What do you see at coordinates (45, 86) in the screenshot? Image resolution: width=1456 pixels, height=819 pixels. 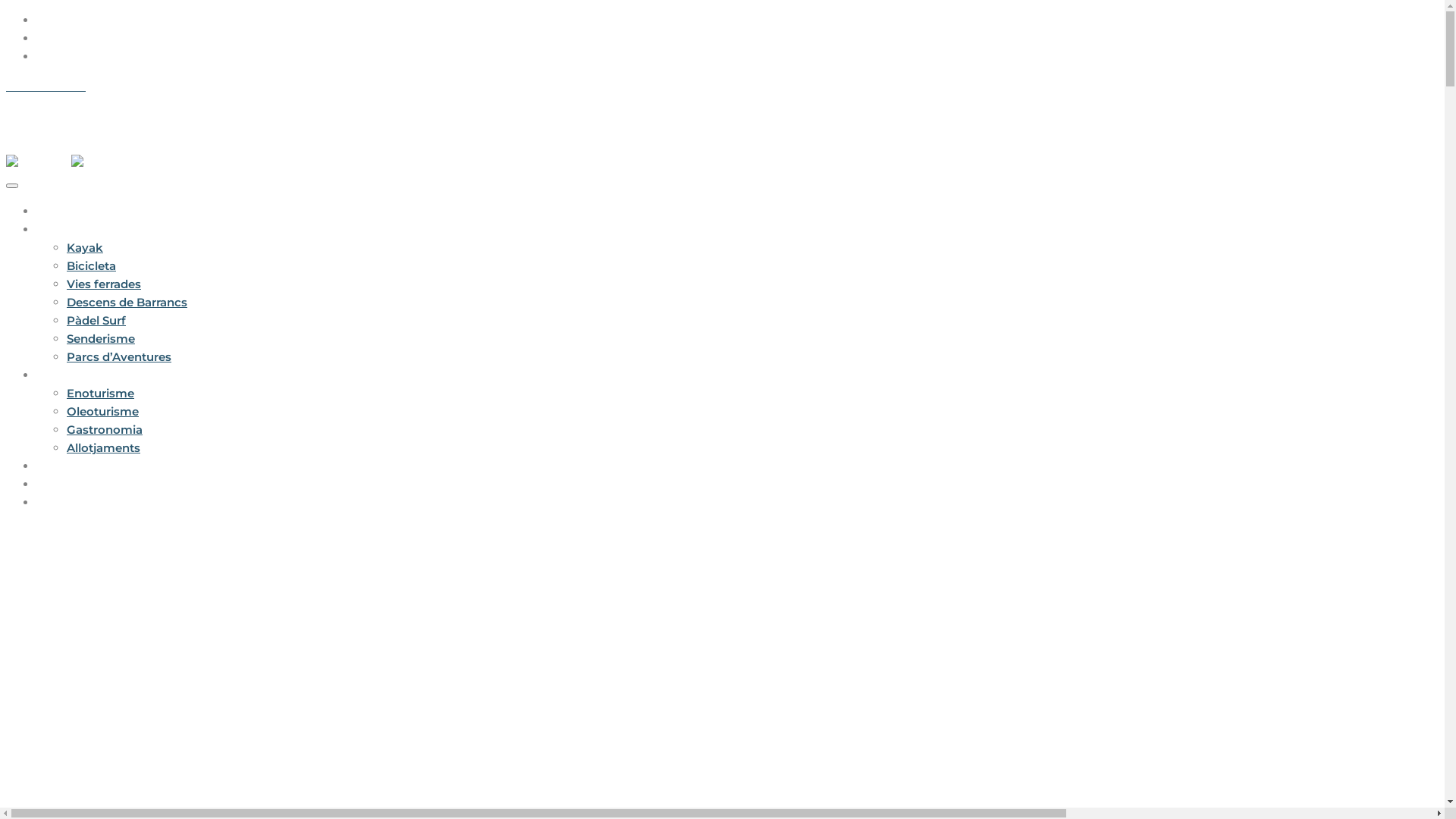 I see `'+34699145782'` at bounding box center [45, 86].